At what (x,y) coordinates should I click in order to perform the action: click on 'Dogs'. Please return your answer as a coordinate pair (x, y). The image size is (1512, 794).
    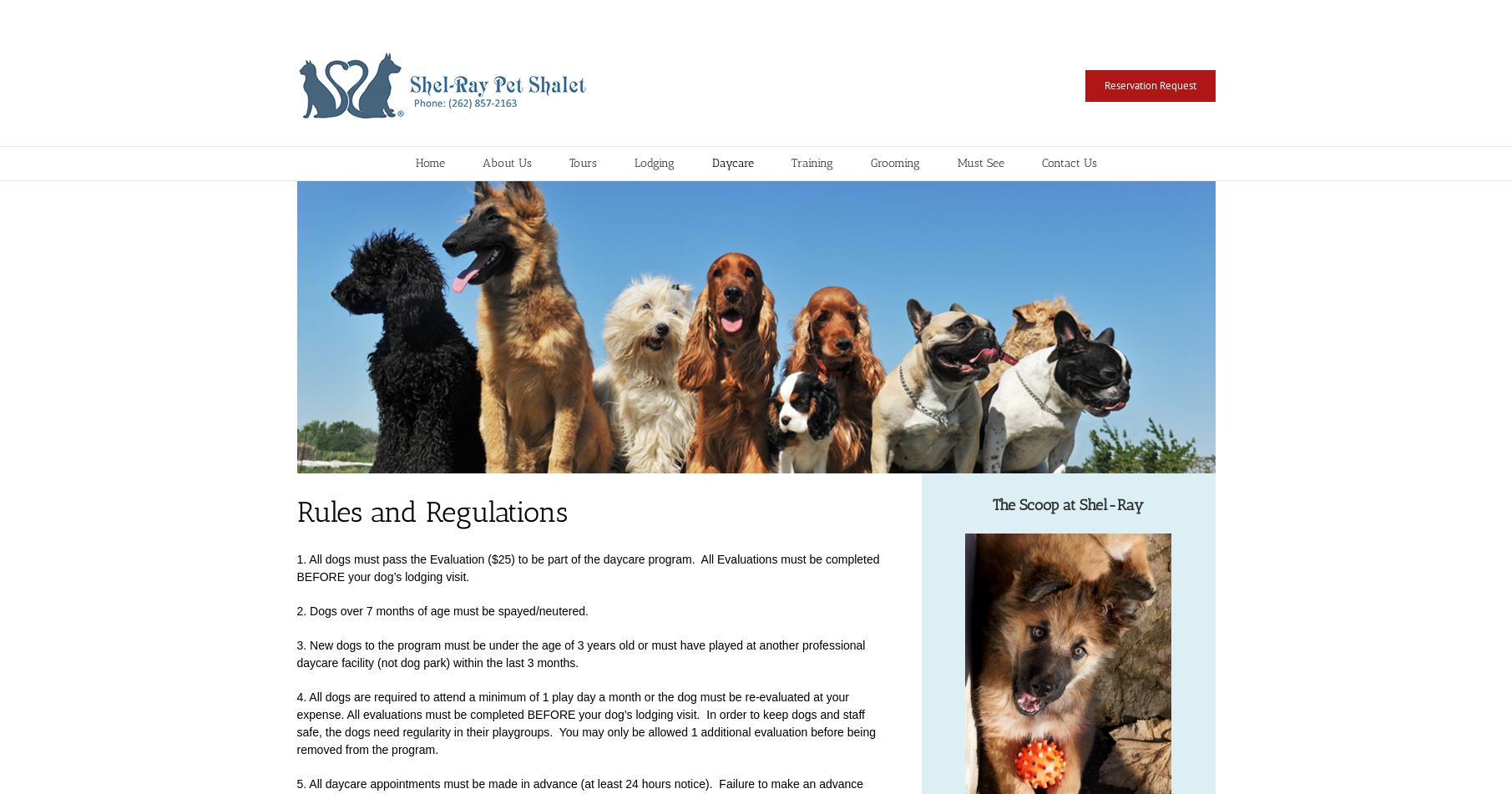
    Looking at the image, I should click on (644, 221).